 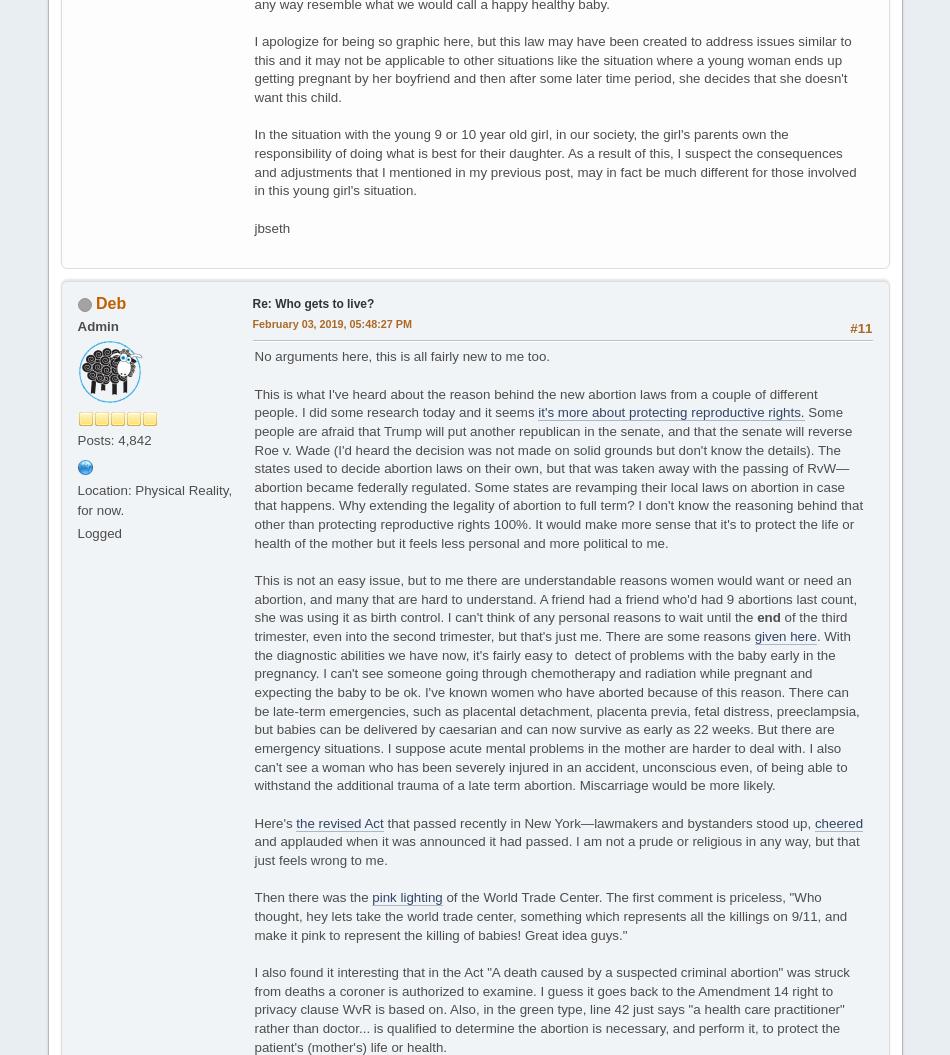 I want to click on '#11', so click(x=859, y=327).